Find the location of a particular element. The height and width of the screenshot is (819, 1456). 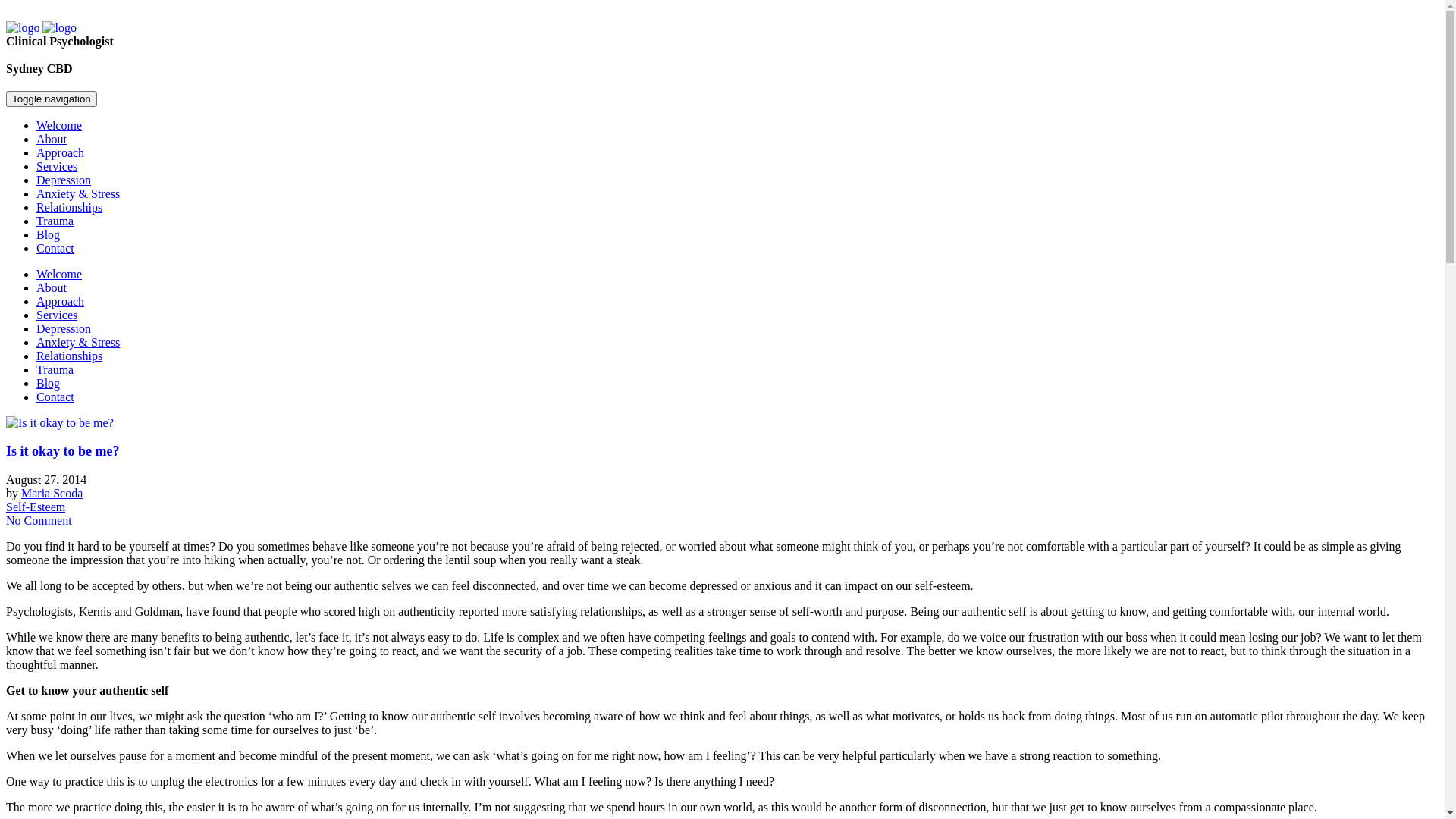

'Trauma' is located at coordinates (55, 369).